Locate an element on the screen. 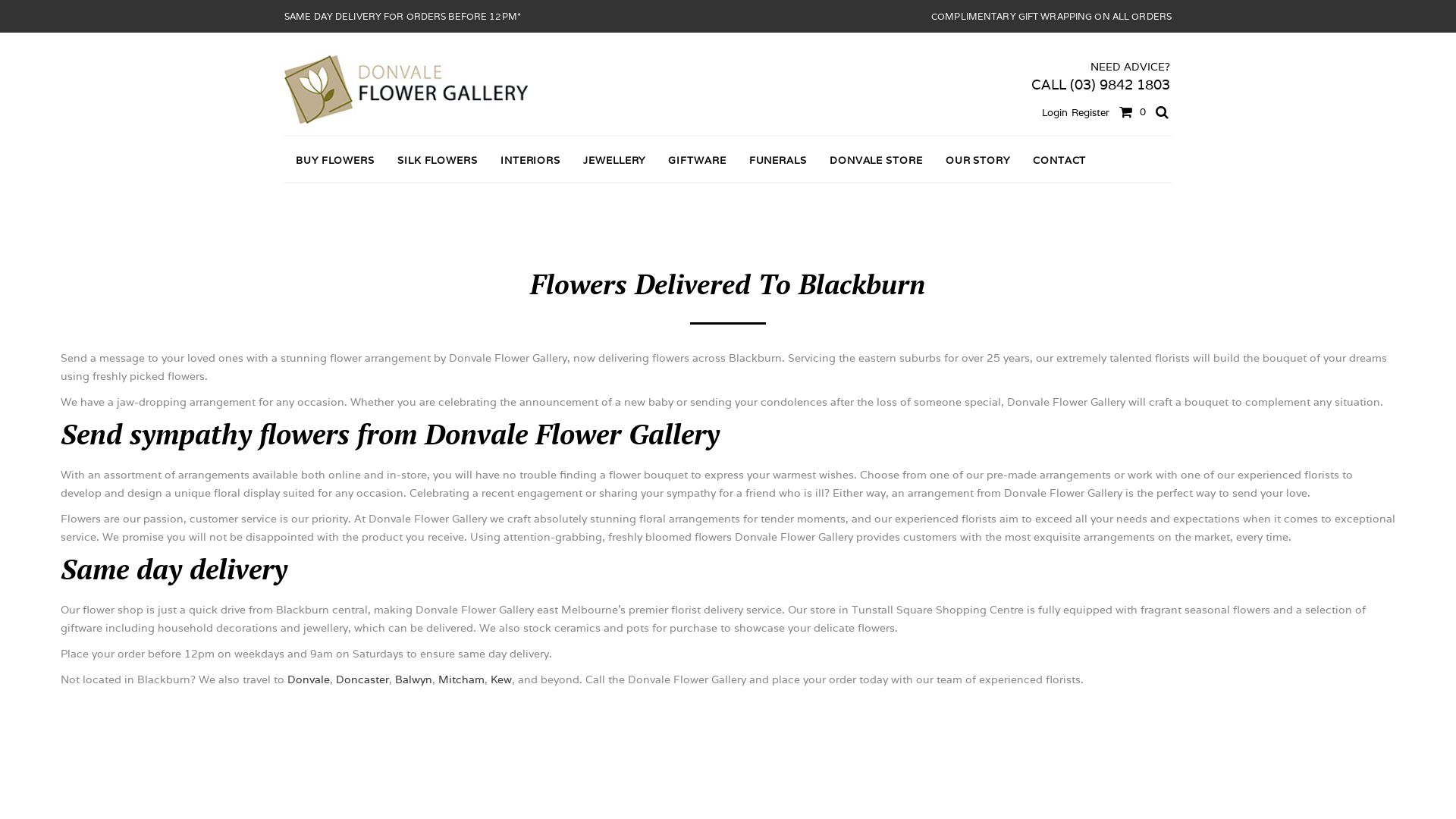  'DONVALE STORE' is located at coordinates (817, 160).